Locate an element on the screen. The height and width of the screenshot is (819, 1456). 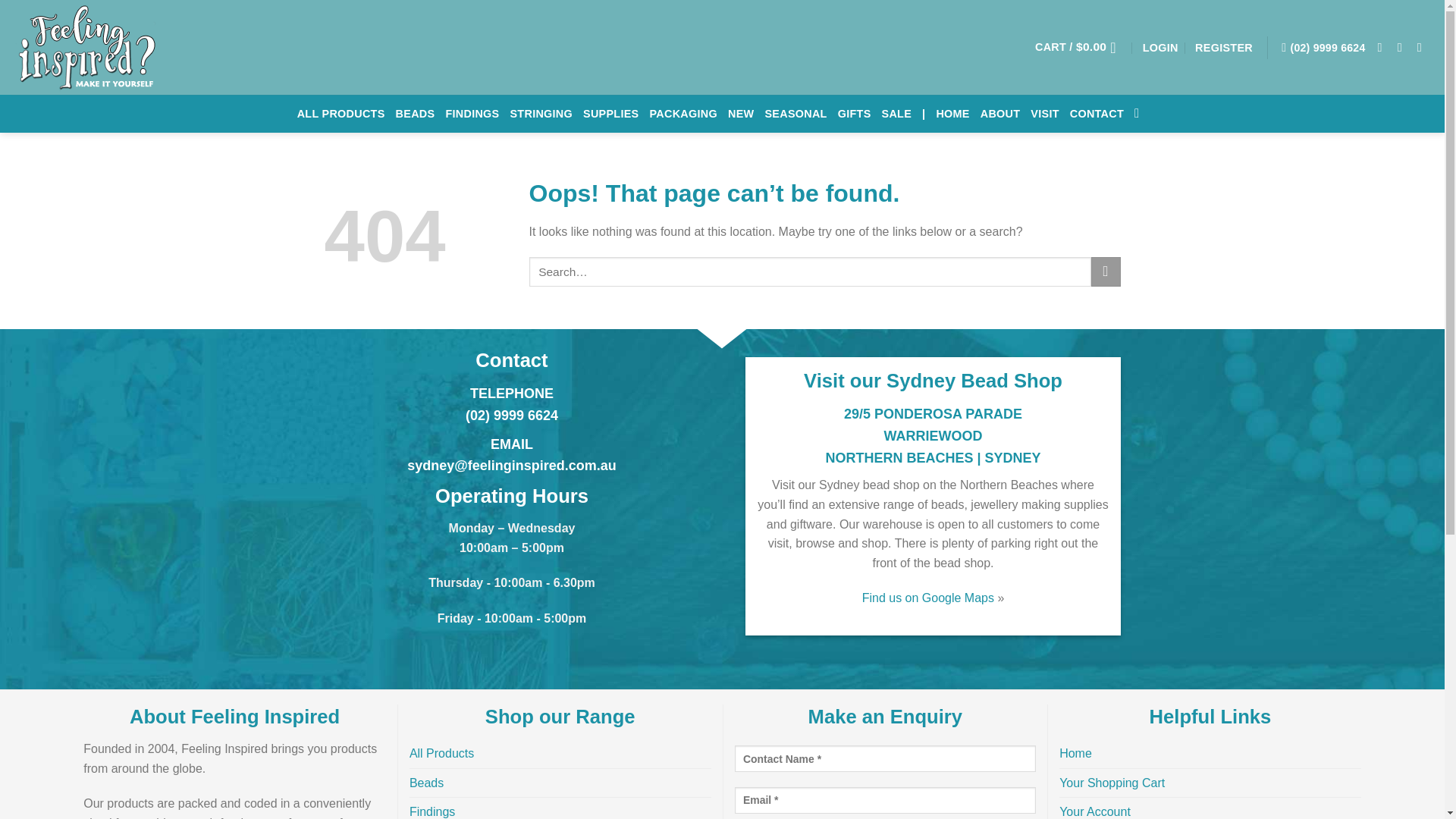
'CART / $0.00' is located at coordinates (1034, 45).